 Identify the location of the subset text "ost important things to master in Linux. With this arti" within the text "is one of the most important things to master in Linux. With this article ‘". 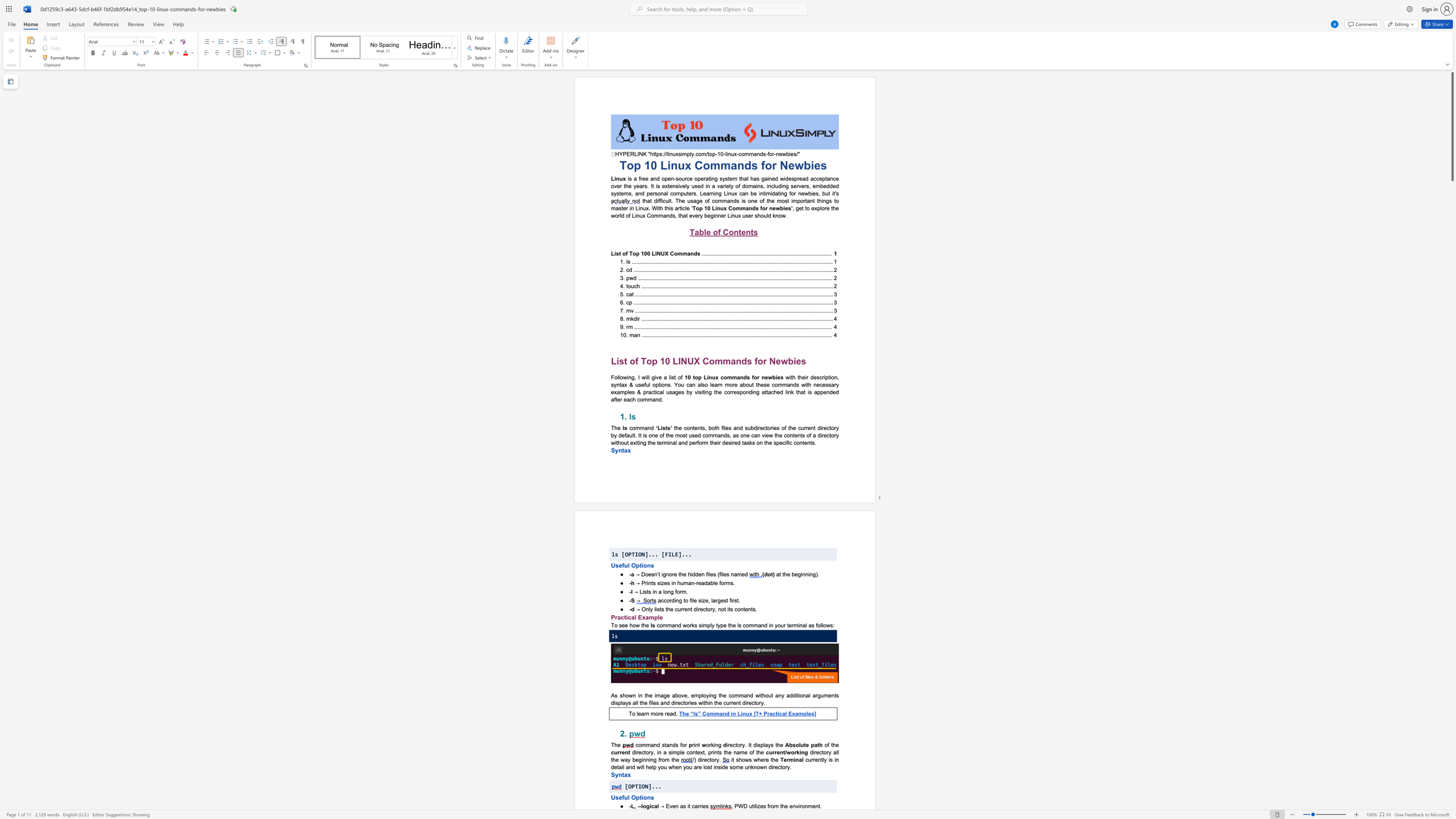
(781, 200).